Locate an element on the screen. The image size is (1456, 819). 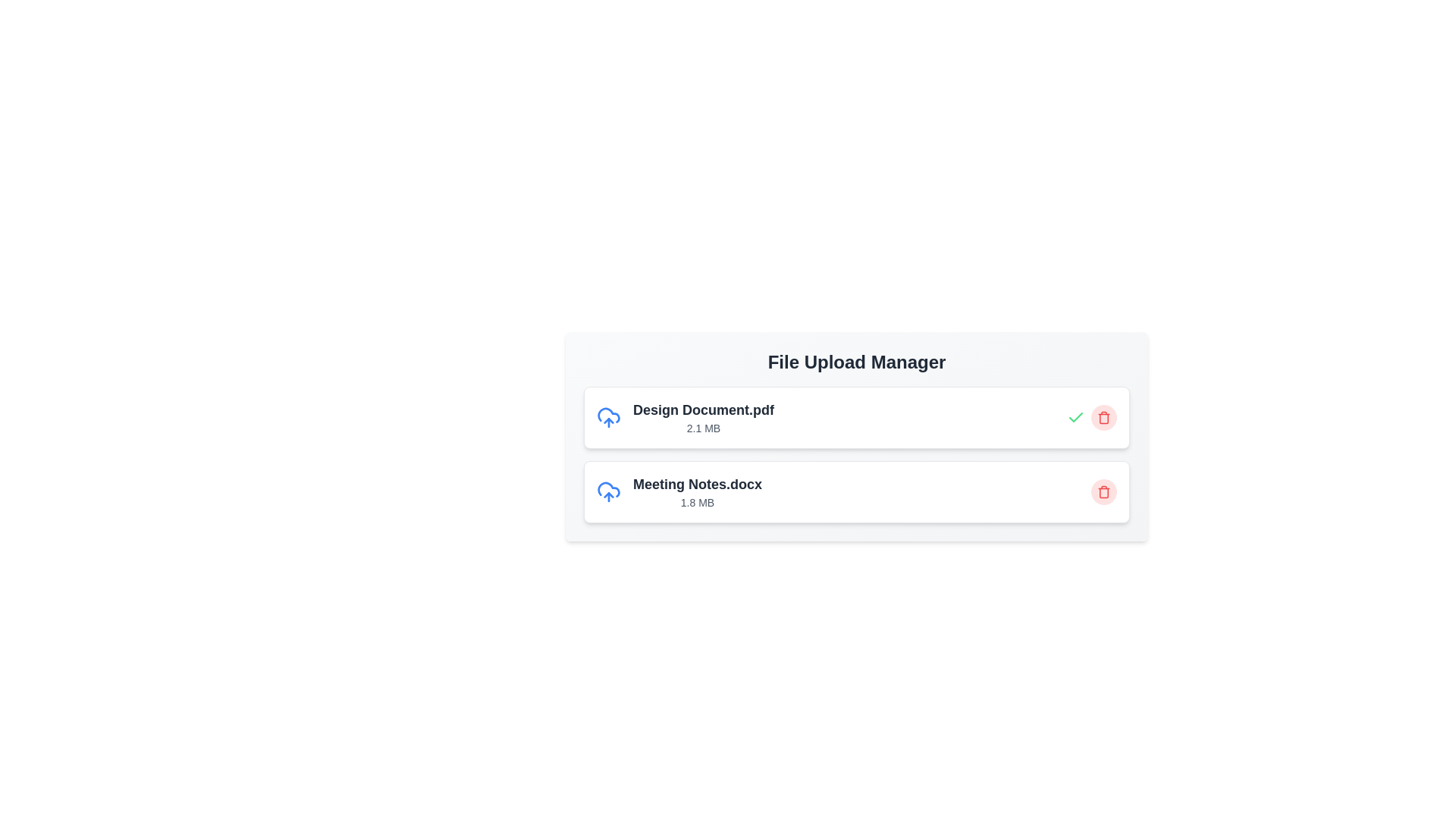
trash icon corresponding to the file named Meeting Notes.docx to remove it is located at coordinates (1103, 491).